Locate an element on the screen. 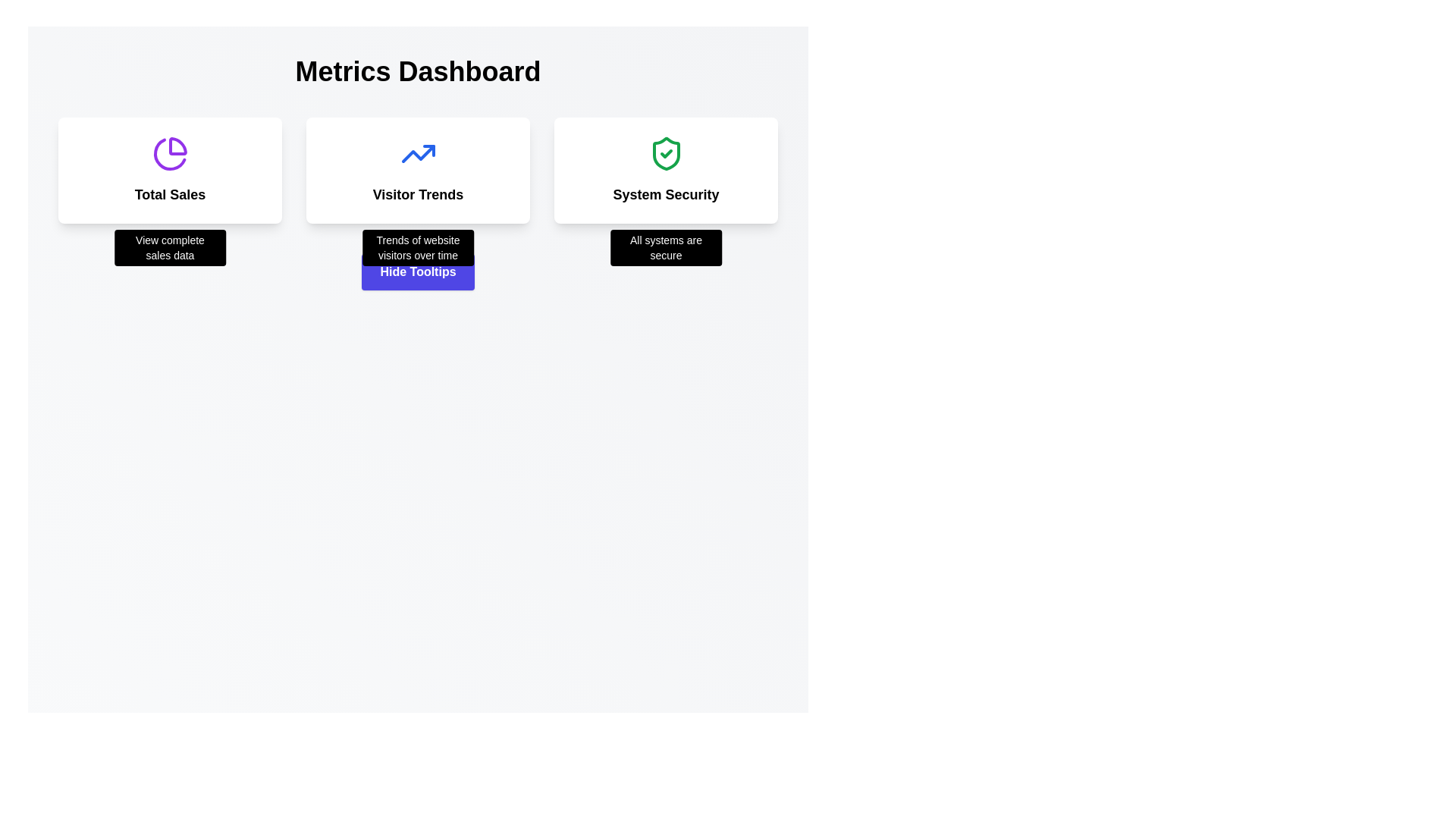 This screenshot has width=1456, height=819. the blue SVG icon representing an ascending trend line with an upward arrow, located at the top center of the 'Visitor Trends' card is located at coordinates (418, 154).